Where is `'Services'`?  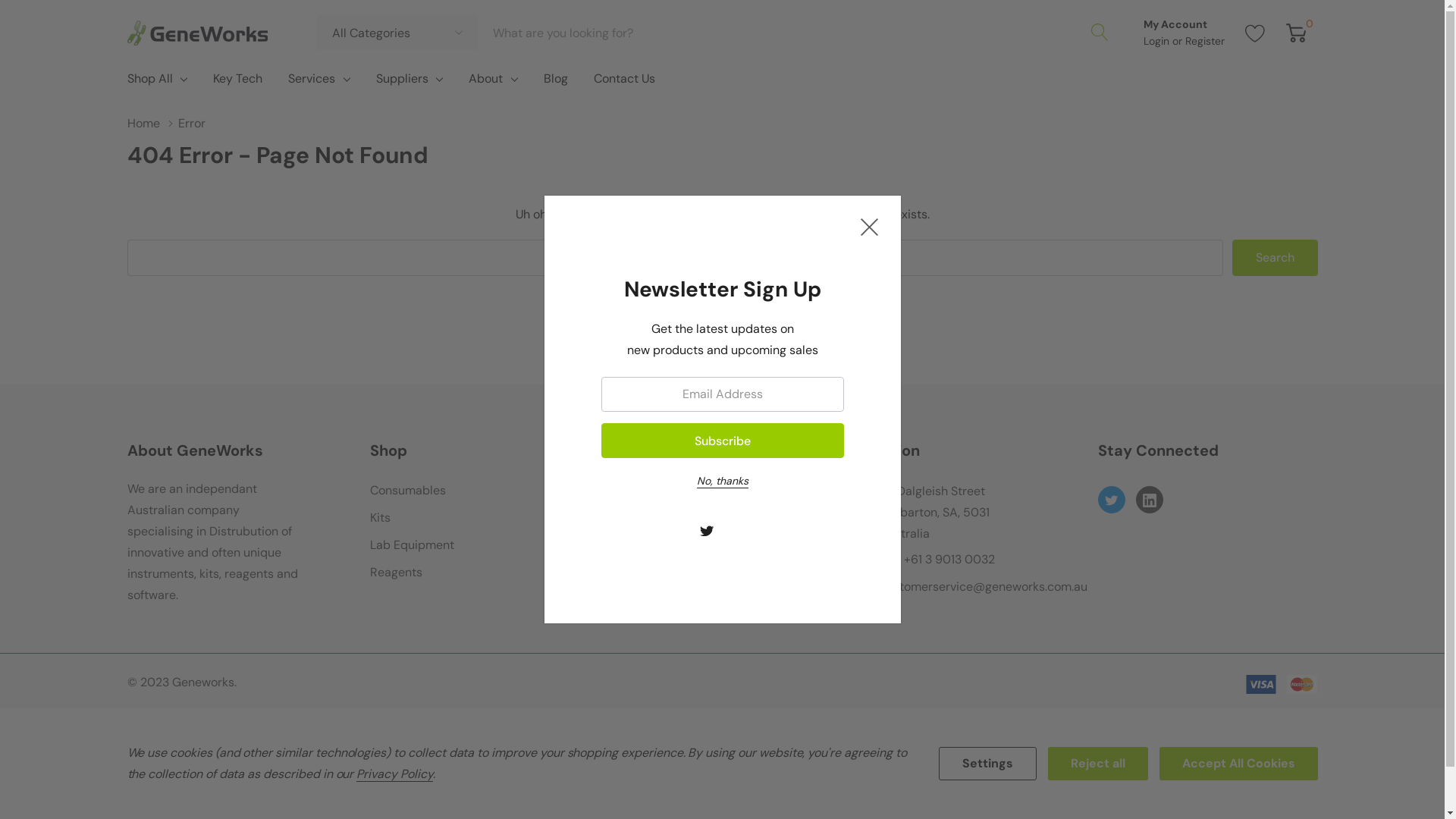 'Services' is located at coordinates (311, 79).